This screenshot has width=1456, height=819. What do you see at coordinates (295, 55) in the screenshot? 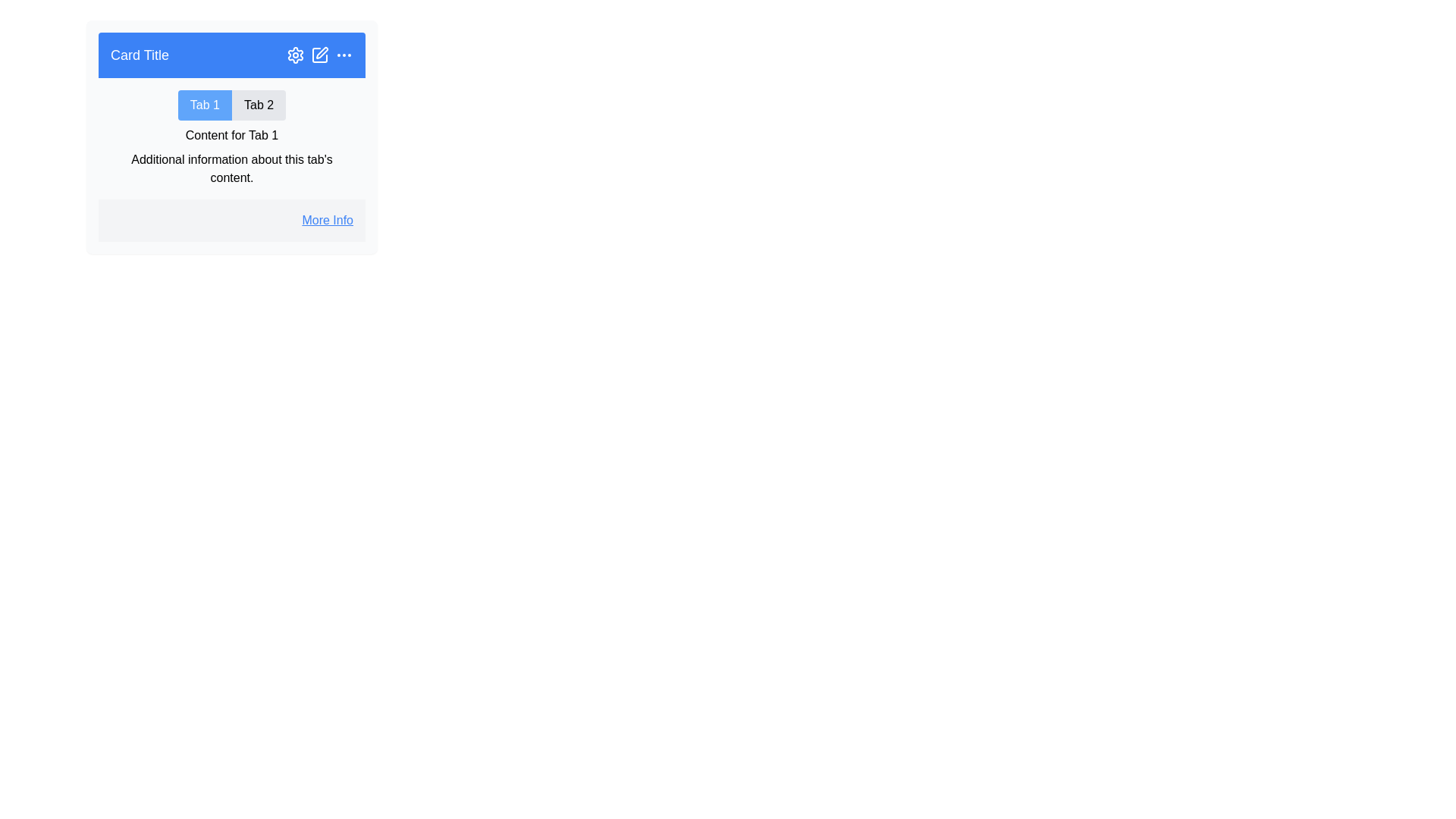
I see `the settings icon located at the top-right section of the blue header area within the card layout` at bounding box center [295, 55].